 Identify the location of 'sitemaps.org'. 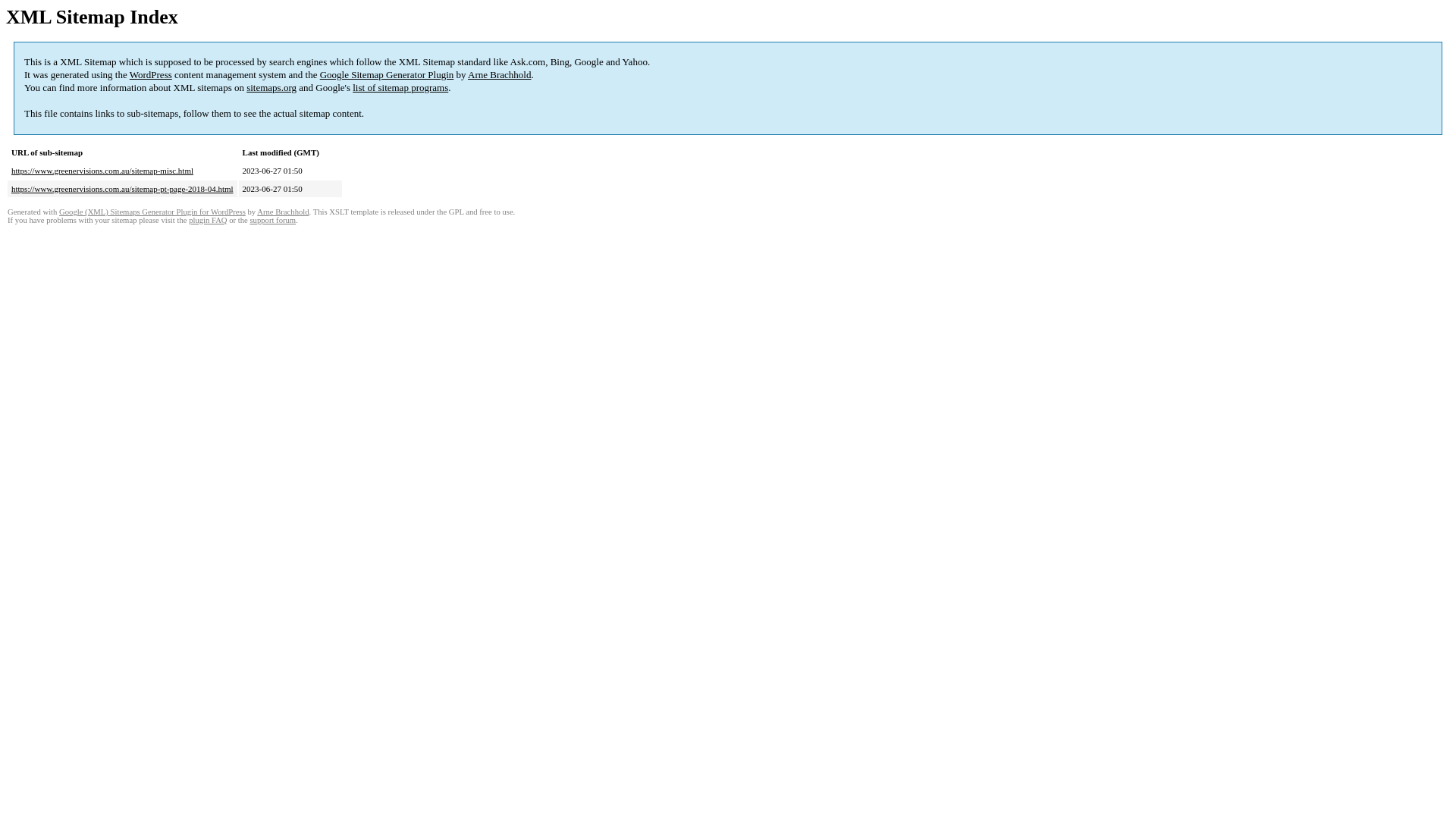
(271, 87).